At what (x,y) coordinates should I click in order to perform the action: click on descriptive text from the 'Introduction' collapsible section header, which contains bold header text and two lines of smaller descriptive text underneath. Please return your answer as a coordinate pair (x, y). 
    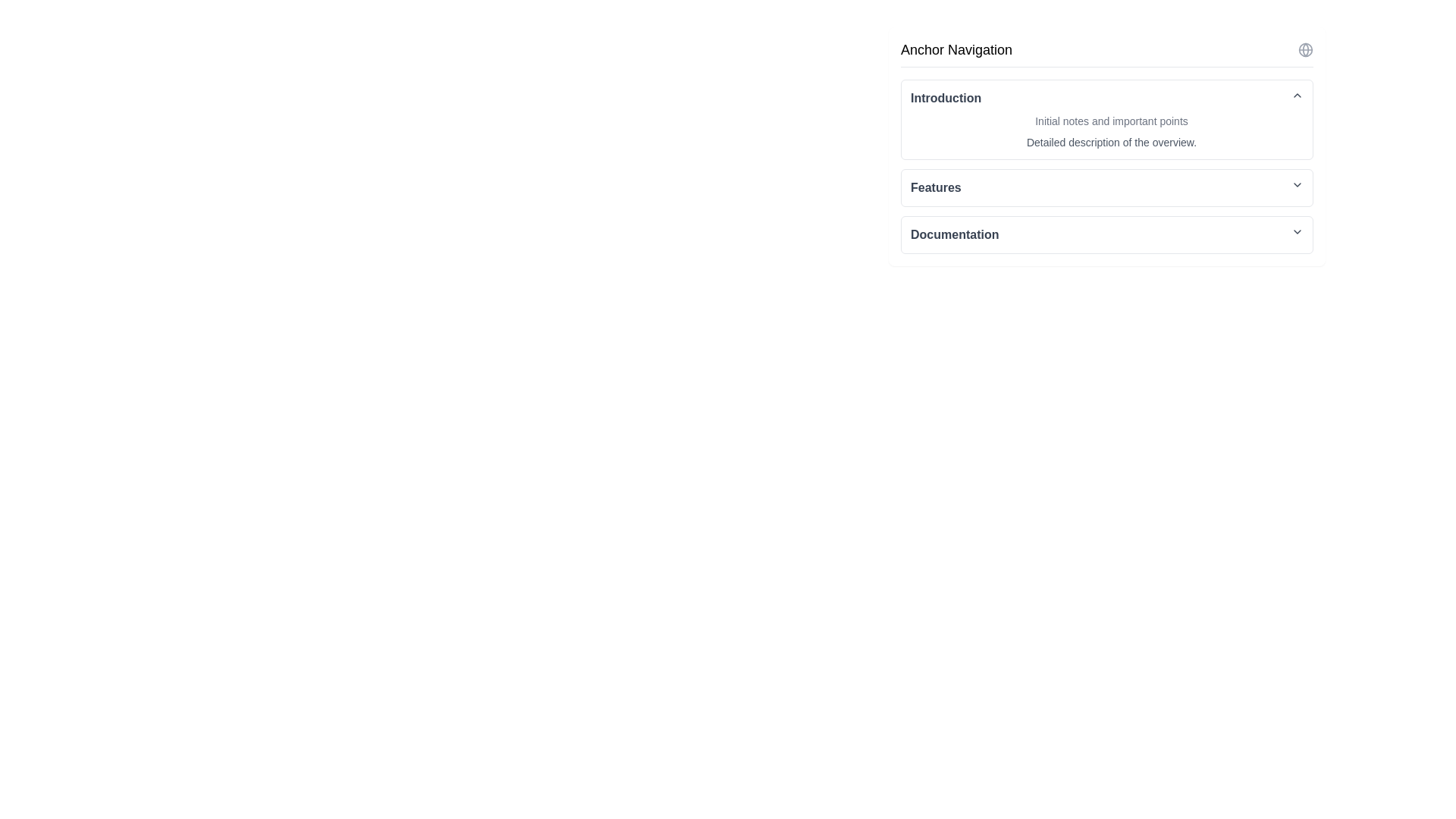
    Looking at the image, I should click on (1106, 119).